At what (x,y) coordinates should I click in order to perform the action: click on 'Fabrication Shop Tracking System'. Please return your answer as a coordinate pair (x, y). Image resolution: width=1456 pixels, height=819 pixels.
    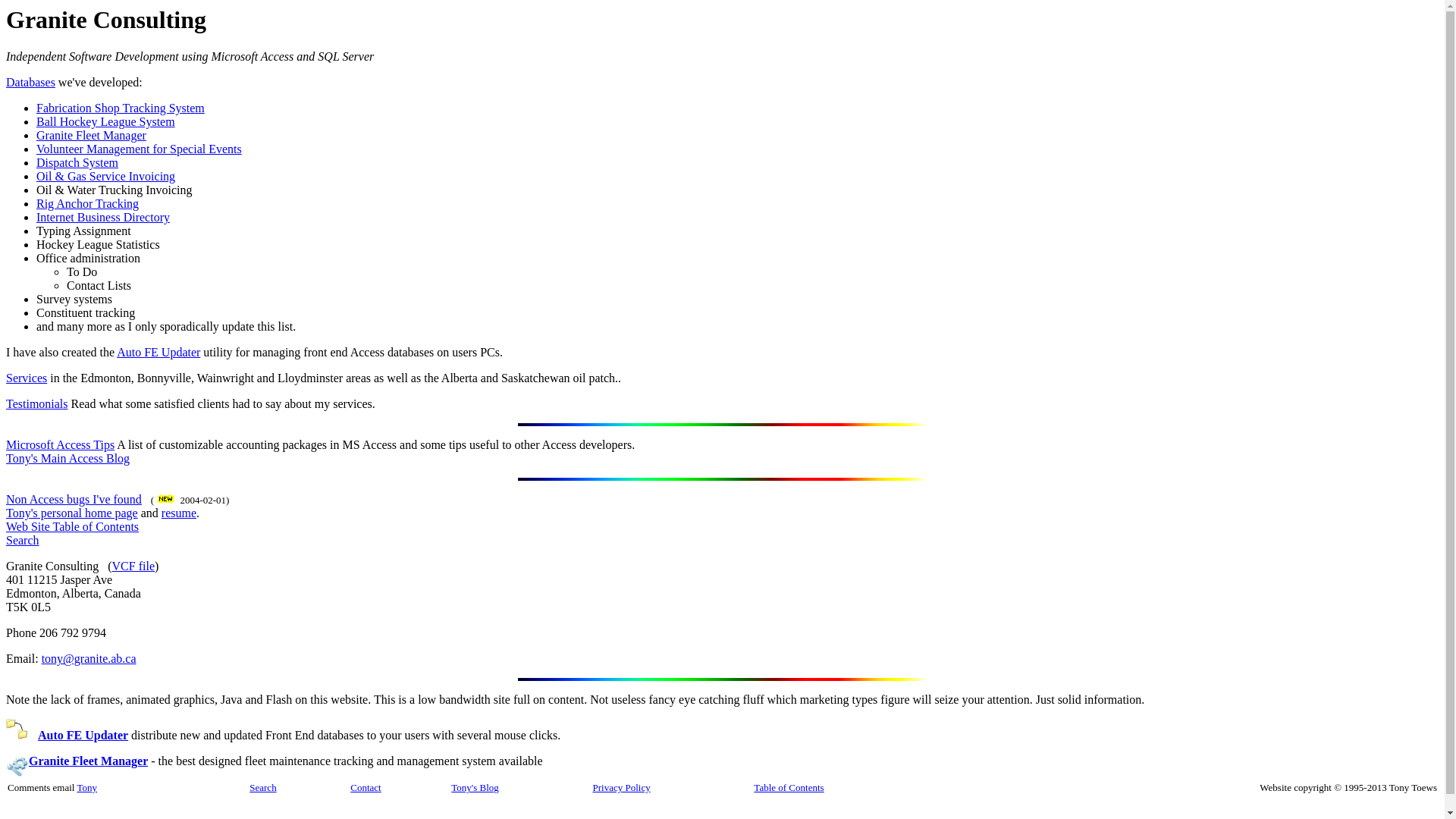
    Looking at the image, I should click on (119, 107).